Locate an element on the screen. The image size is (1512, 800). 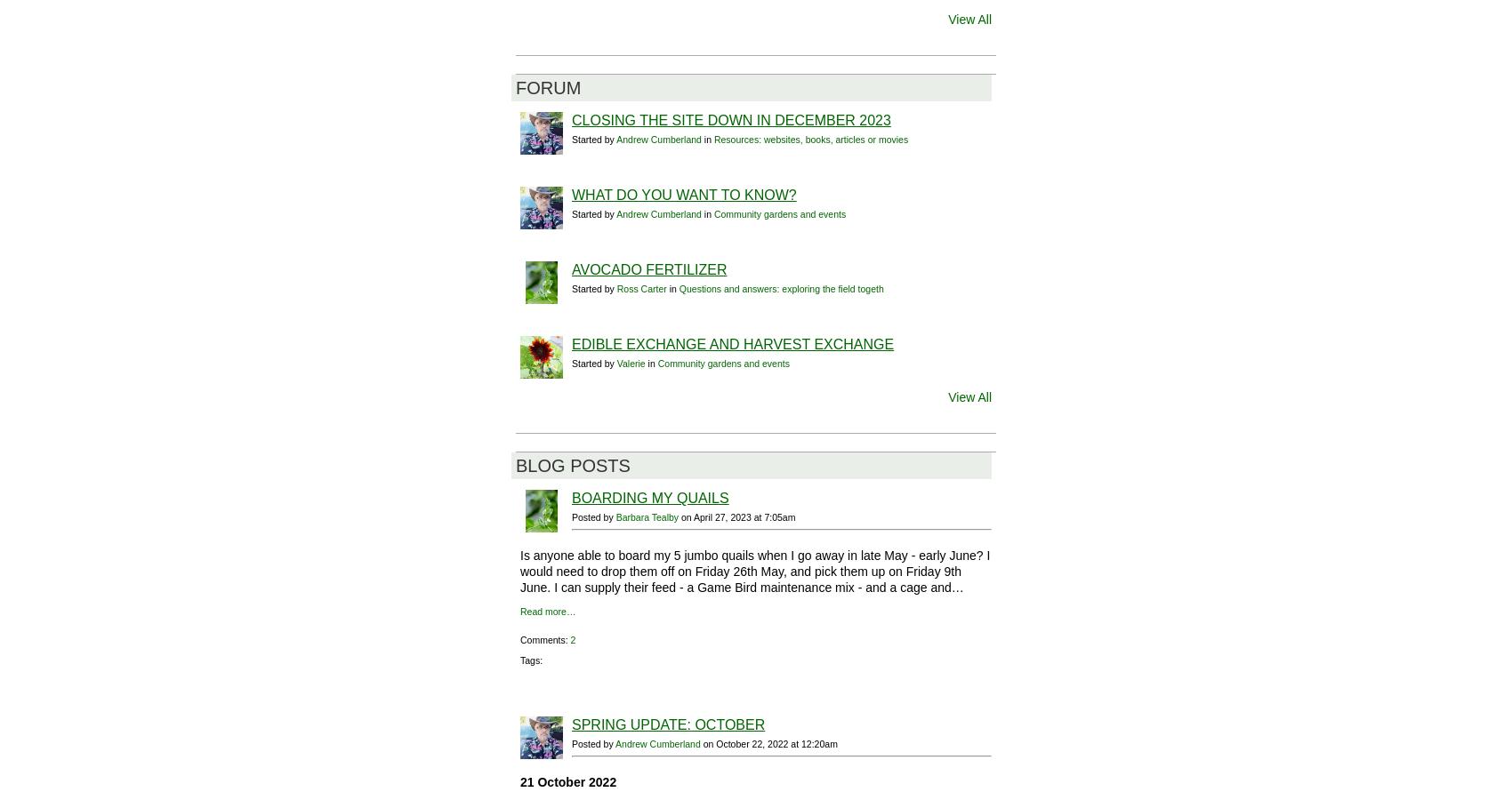
'Tags:' is located at coordinates (530, 658).